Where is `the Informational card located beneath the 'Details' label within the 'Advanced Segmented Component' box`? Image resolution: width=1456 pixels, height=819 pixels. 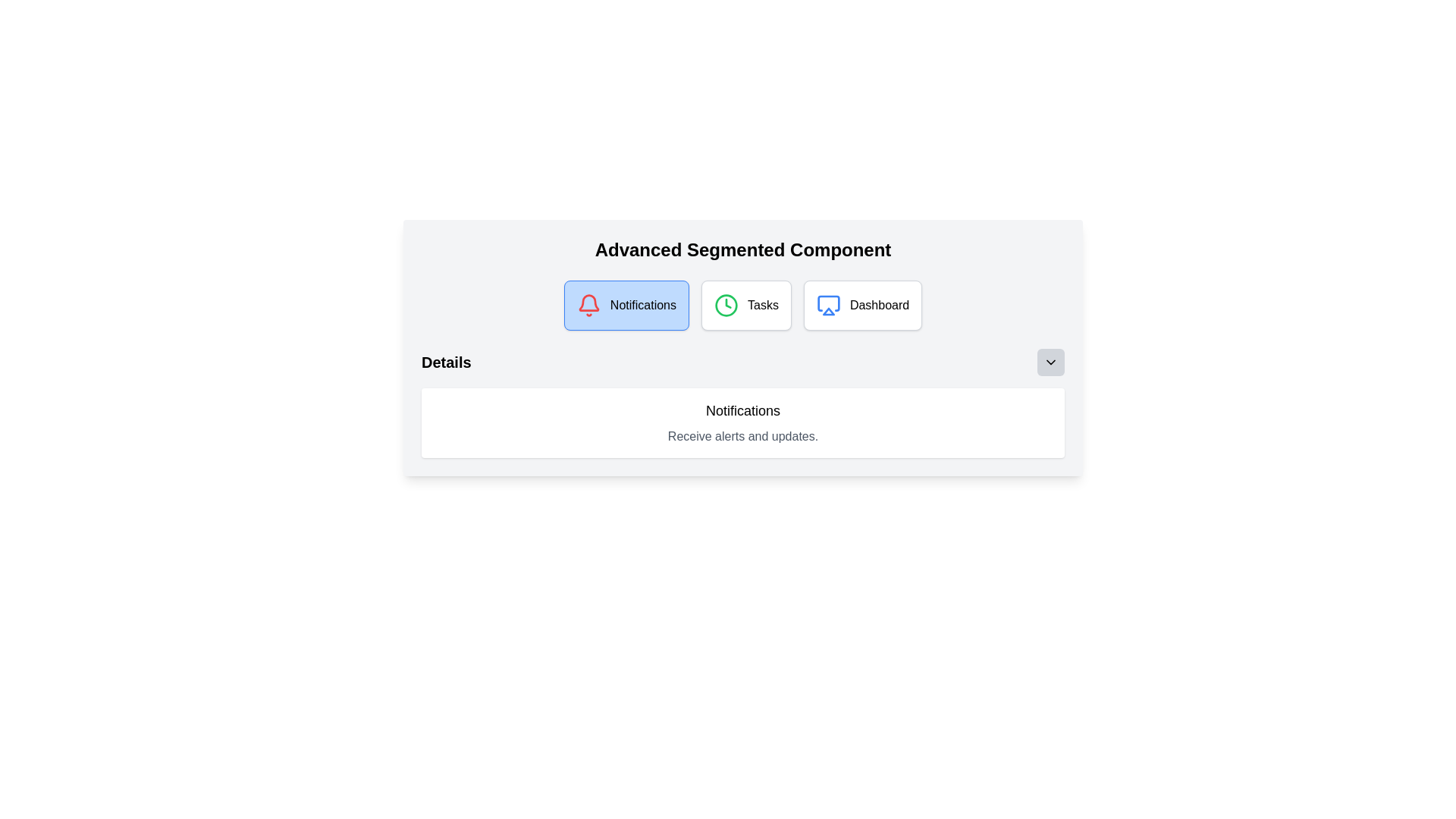 the Informational card located beneath the 'Details' label within the 'Advanced Segmented Component' box is located at coordinates (742, 423).